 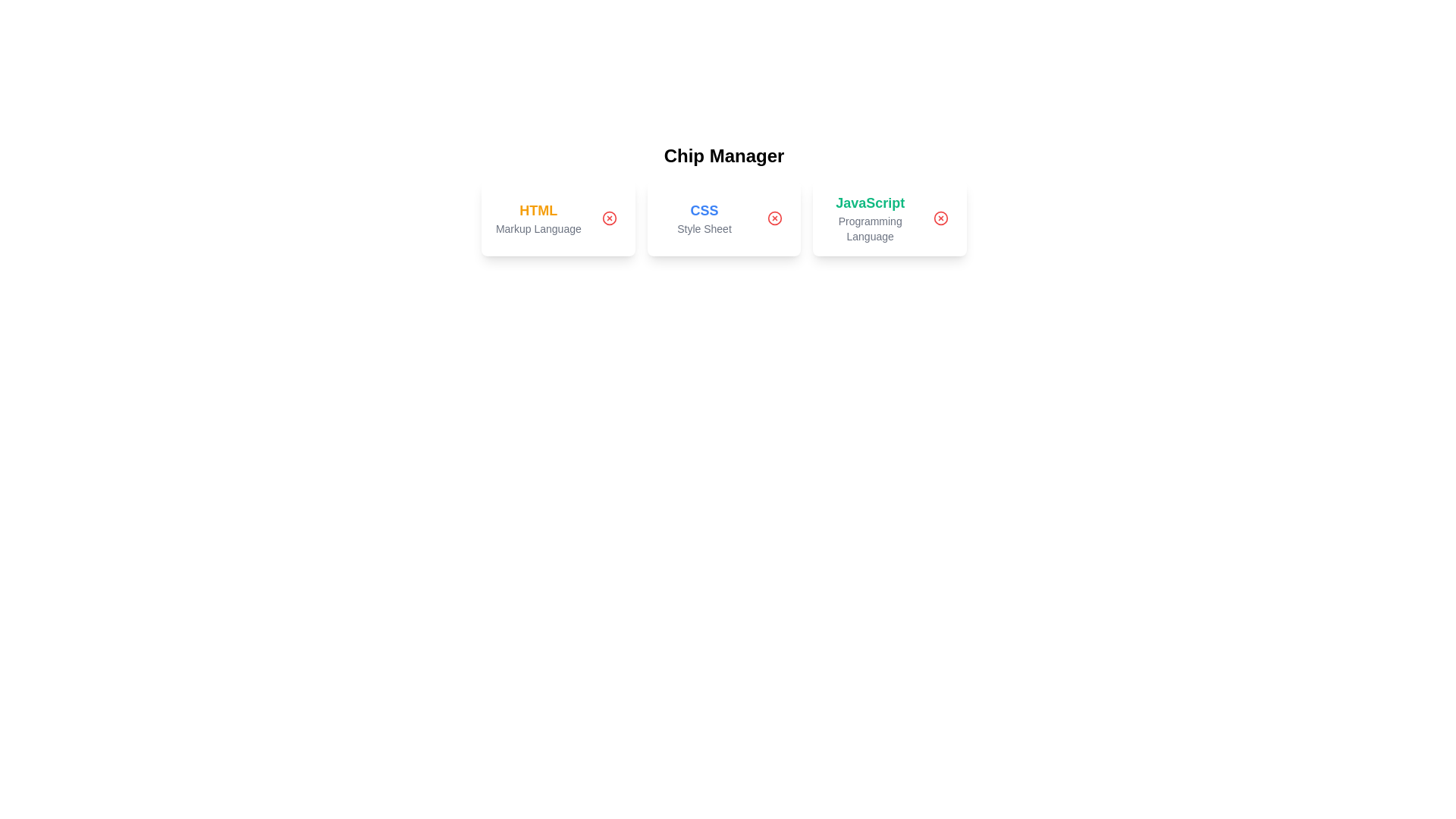 What do you see at coordinates (940, 218) in the screenshot?
I see `the delete button of the chip labeled JavaScript` at bounding box center [940, 218].